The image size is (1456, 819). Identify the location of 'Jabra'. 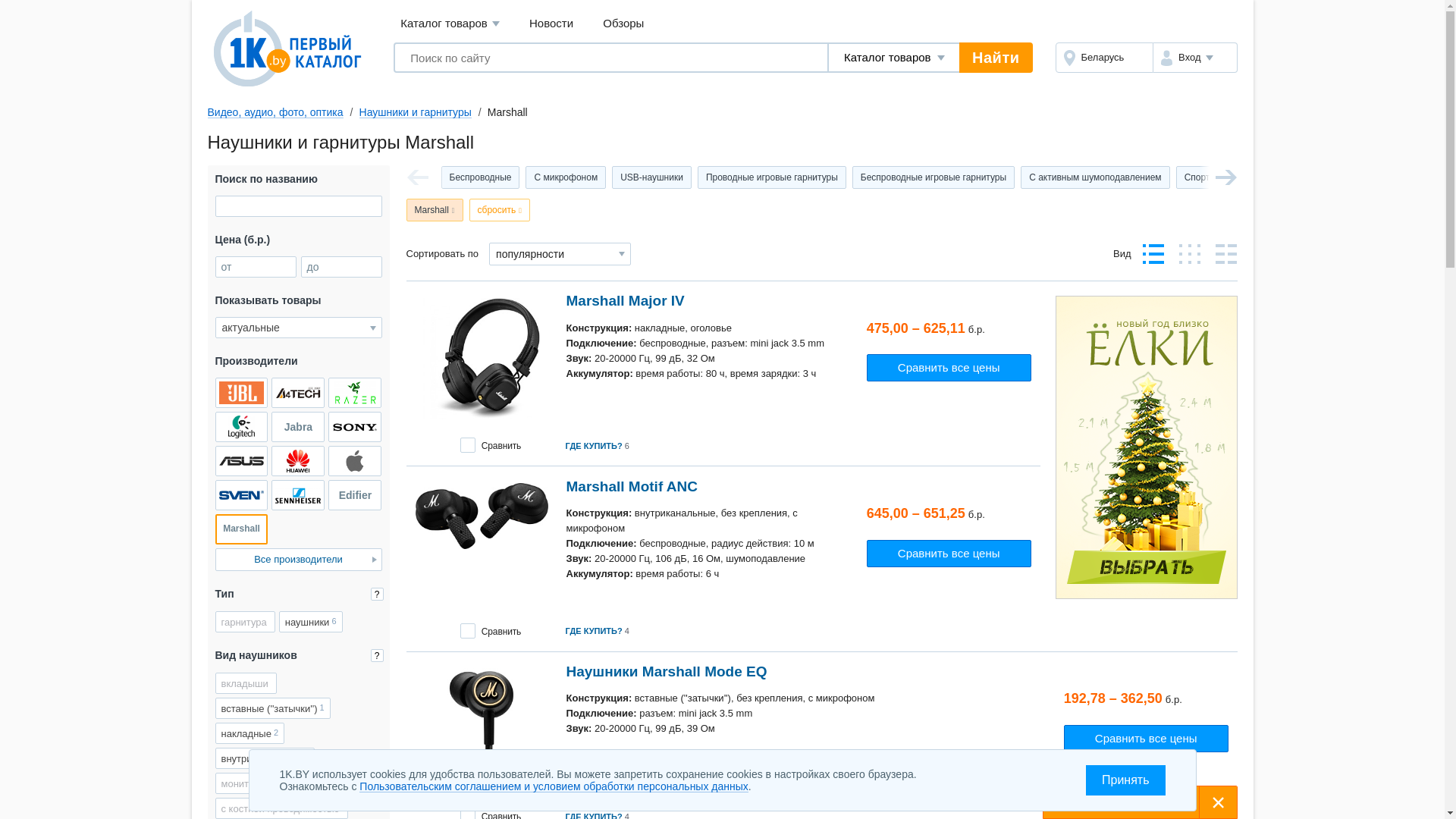
(298, 427).